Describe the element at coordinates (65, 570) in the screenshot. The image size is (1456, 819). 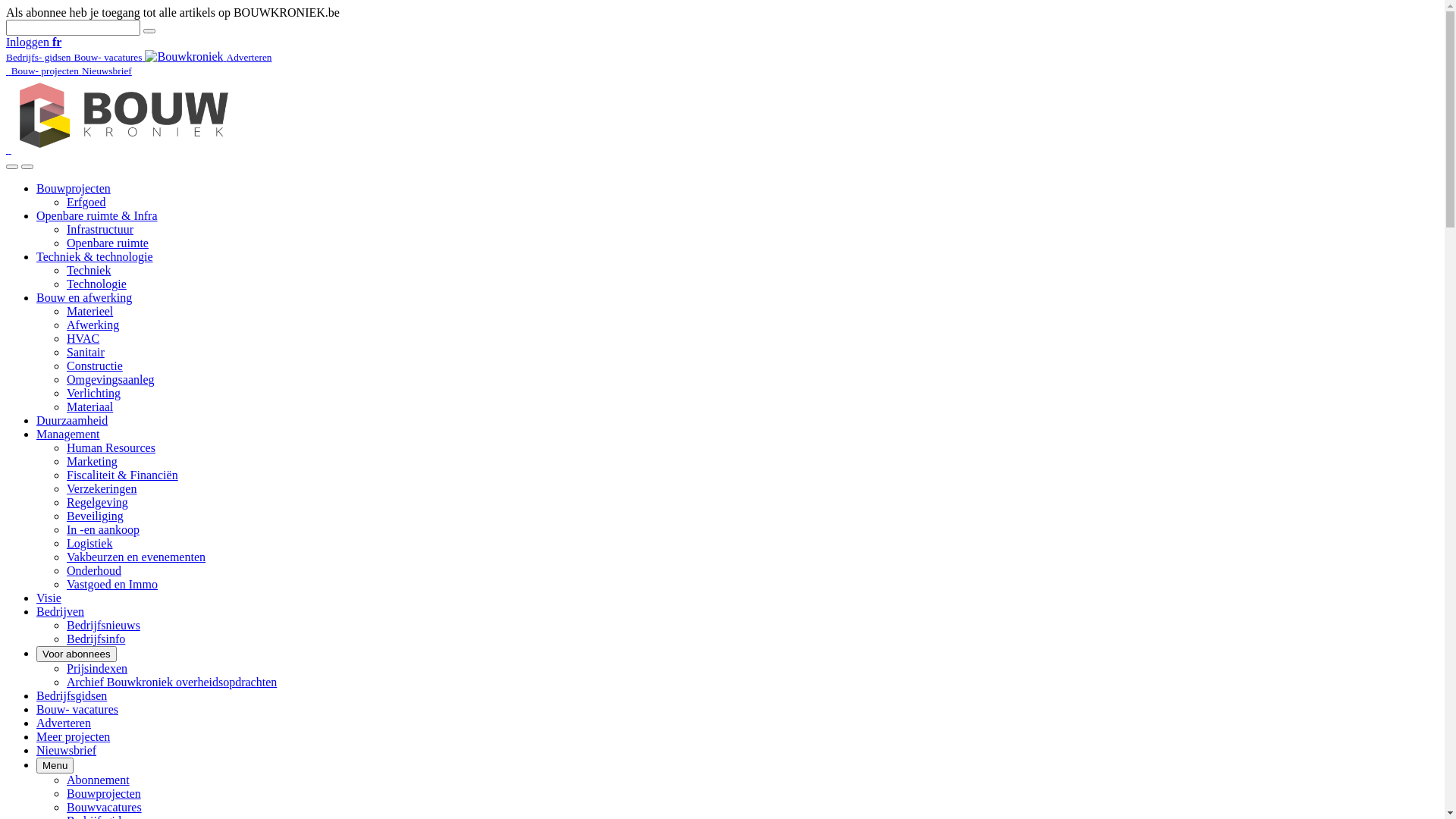
I see `'Onderhoud'` at that location.